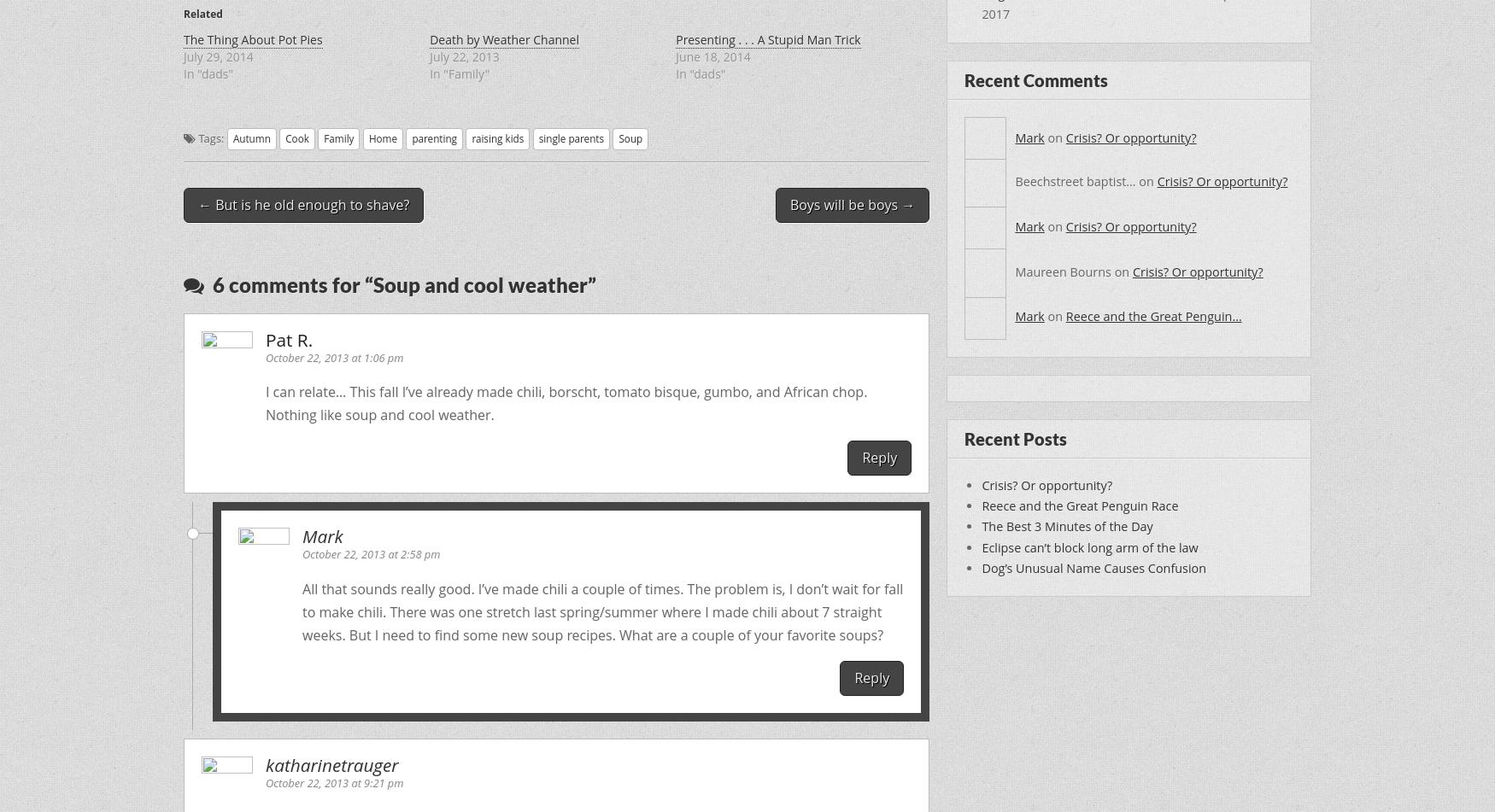 This screenshot has height=812, width=1495. What do you see at coordinates (630, 137) in the screenshot?
I see `'Soup'` at bounding box center [630, 137].